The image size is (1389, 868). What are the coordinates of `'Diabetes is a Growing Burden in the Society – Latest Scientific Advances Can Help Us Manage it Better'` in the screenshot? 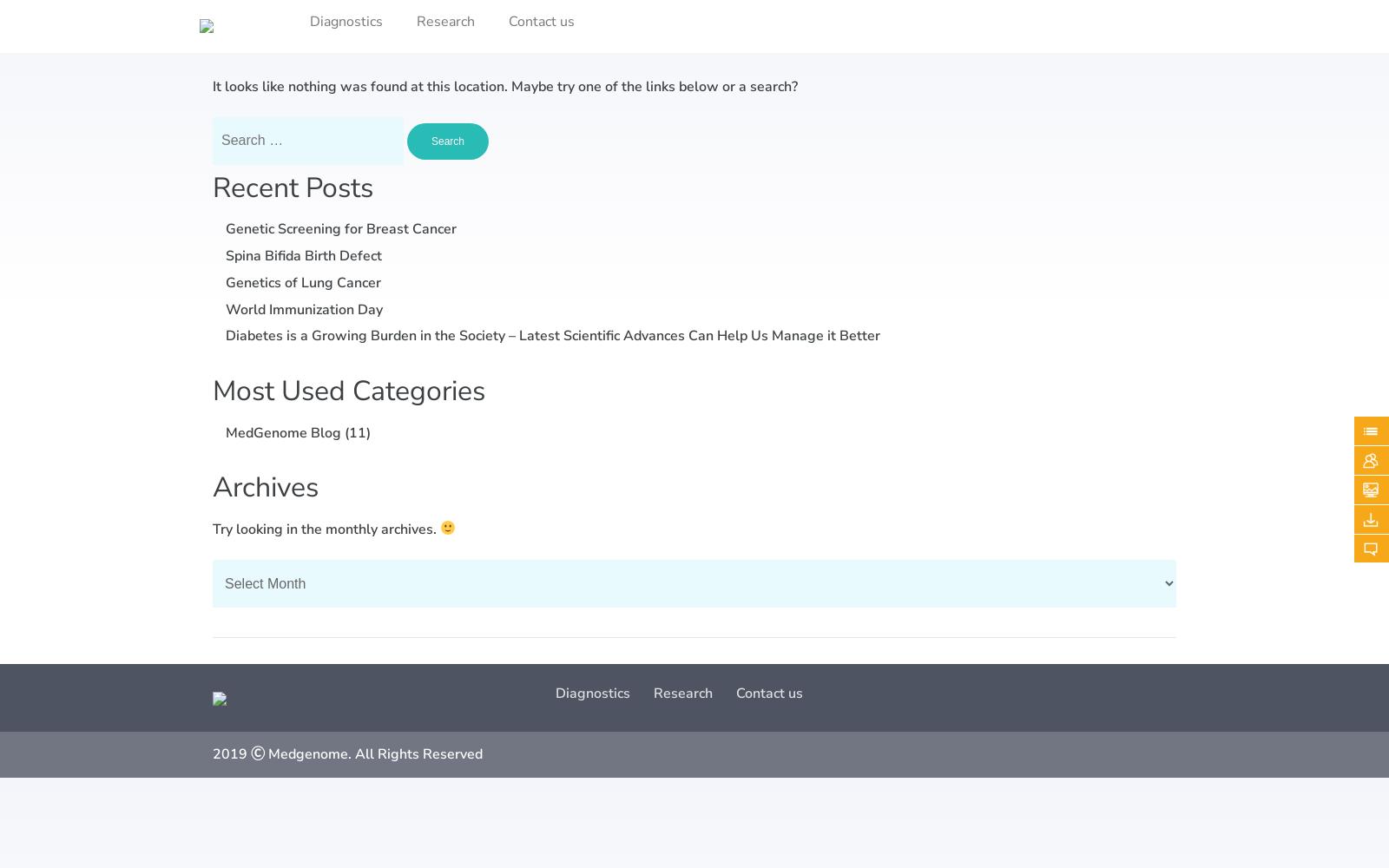 It's located at (226, 336).